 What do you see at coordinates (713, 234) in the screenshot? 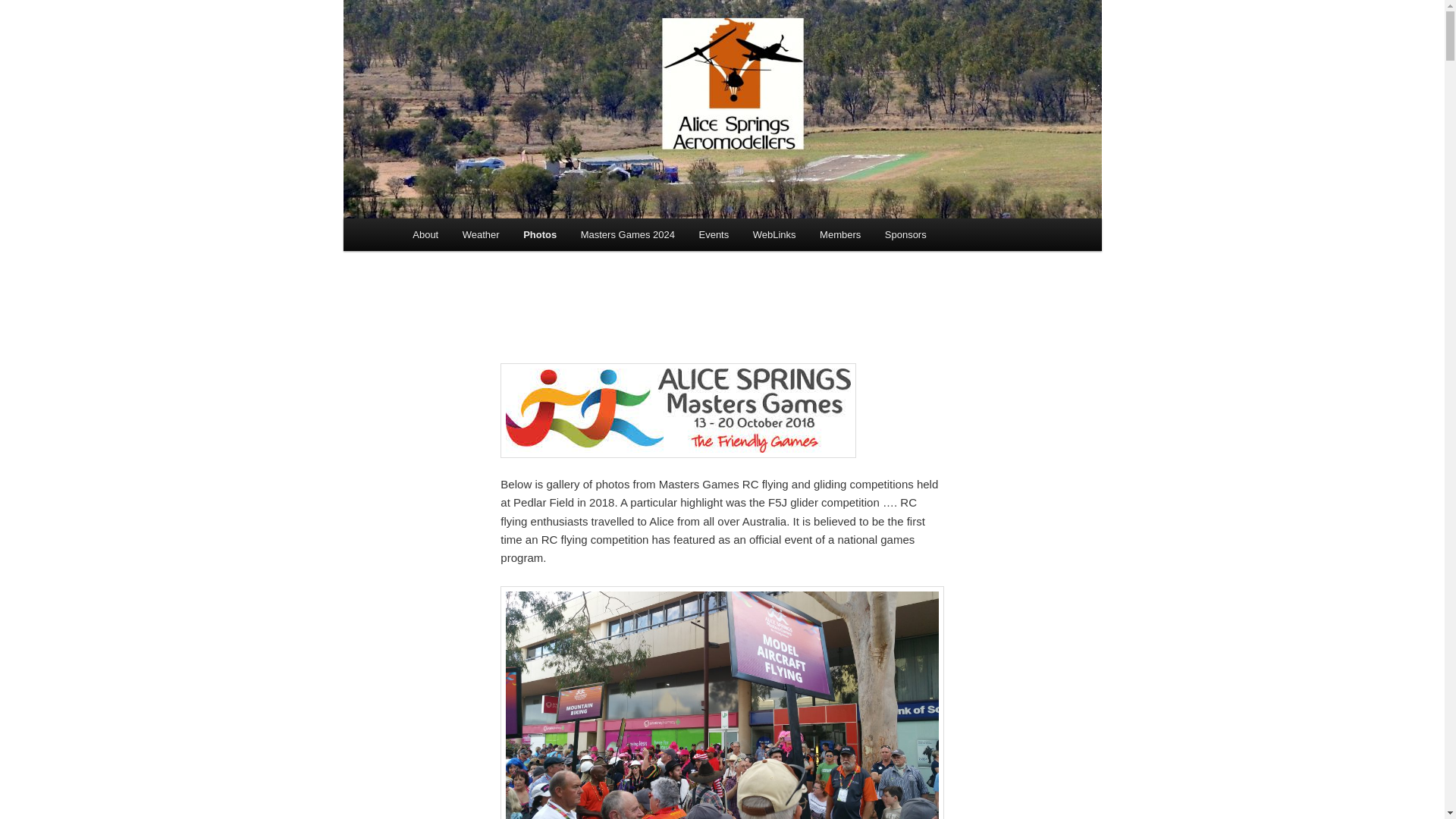
I see `'Events'` at bounding box center [713, 234].